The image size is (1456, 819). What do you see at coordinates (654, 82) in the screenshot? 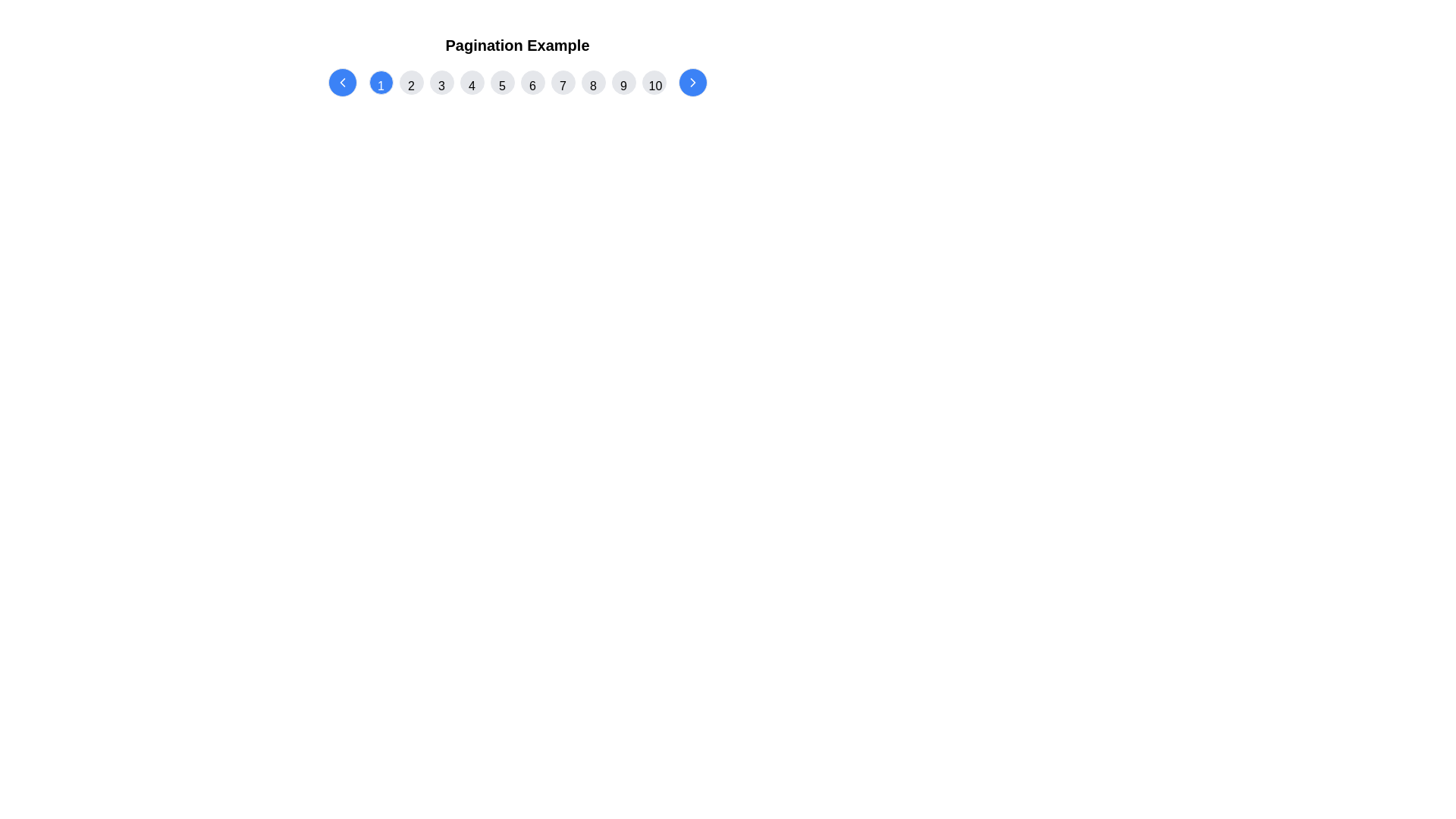
I see `the circular button displaying '10' with a light gray background, located in the top right of the pagination control, to trigger a visual effect` at bounding box center [654, 82].